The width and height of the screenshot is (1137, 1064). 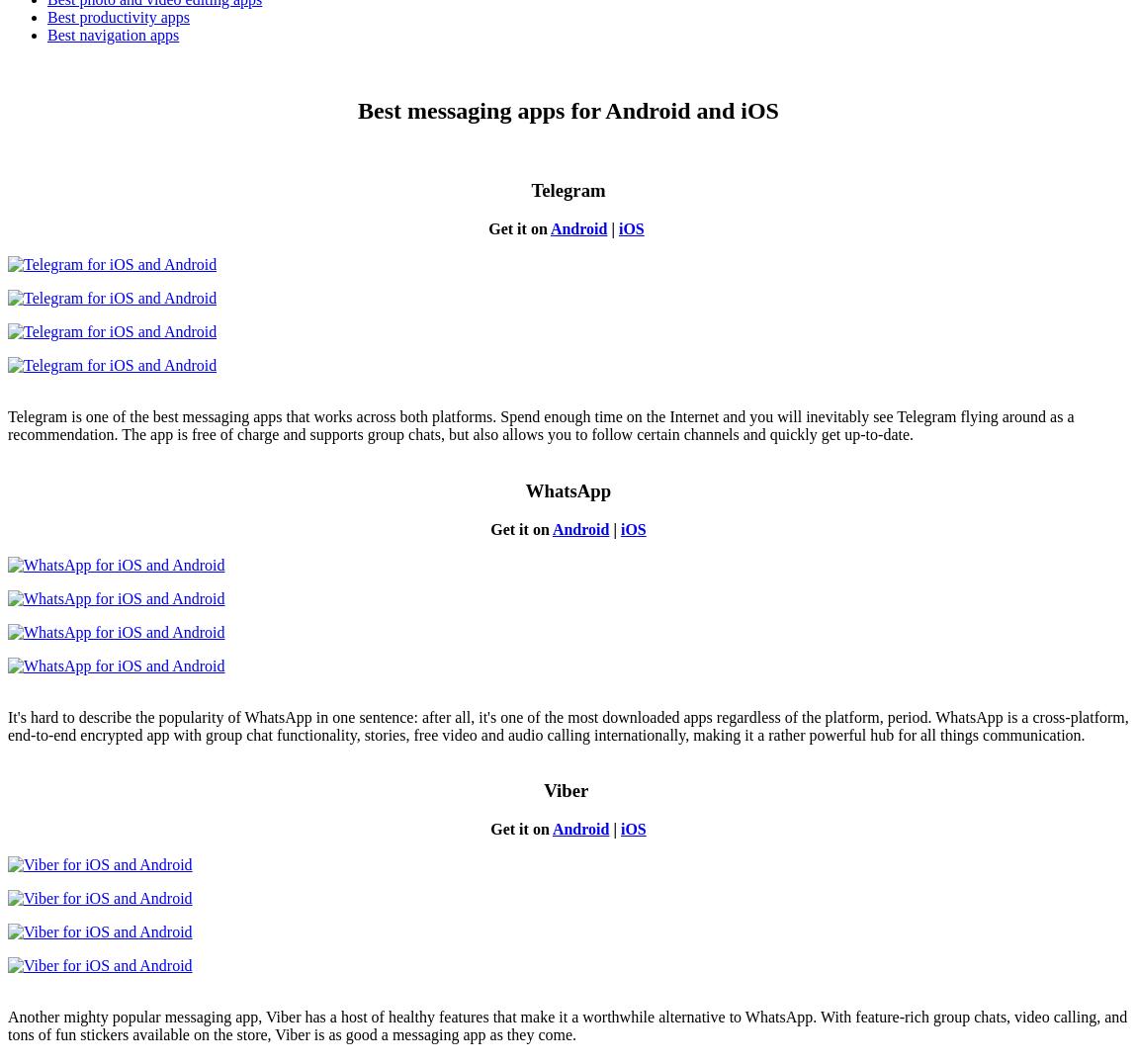 What do you see at coordinates (568, 109) in the screenshot?
I see `'Best messaging apps for Android and iOS'` at bounding box center [568, 109].